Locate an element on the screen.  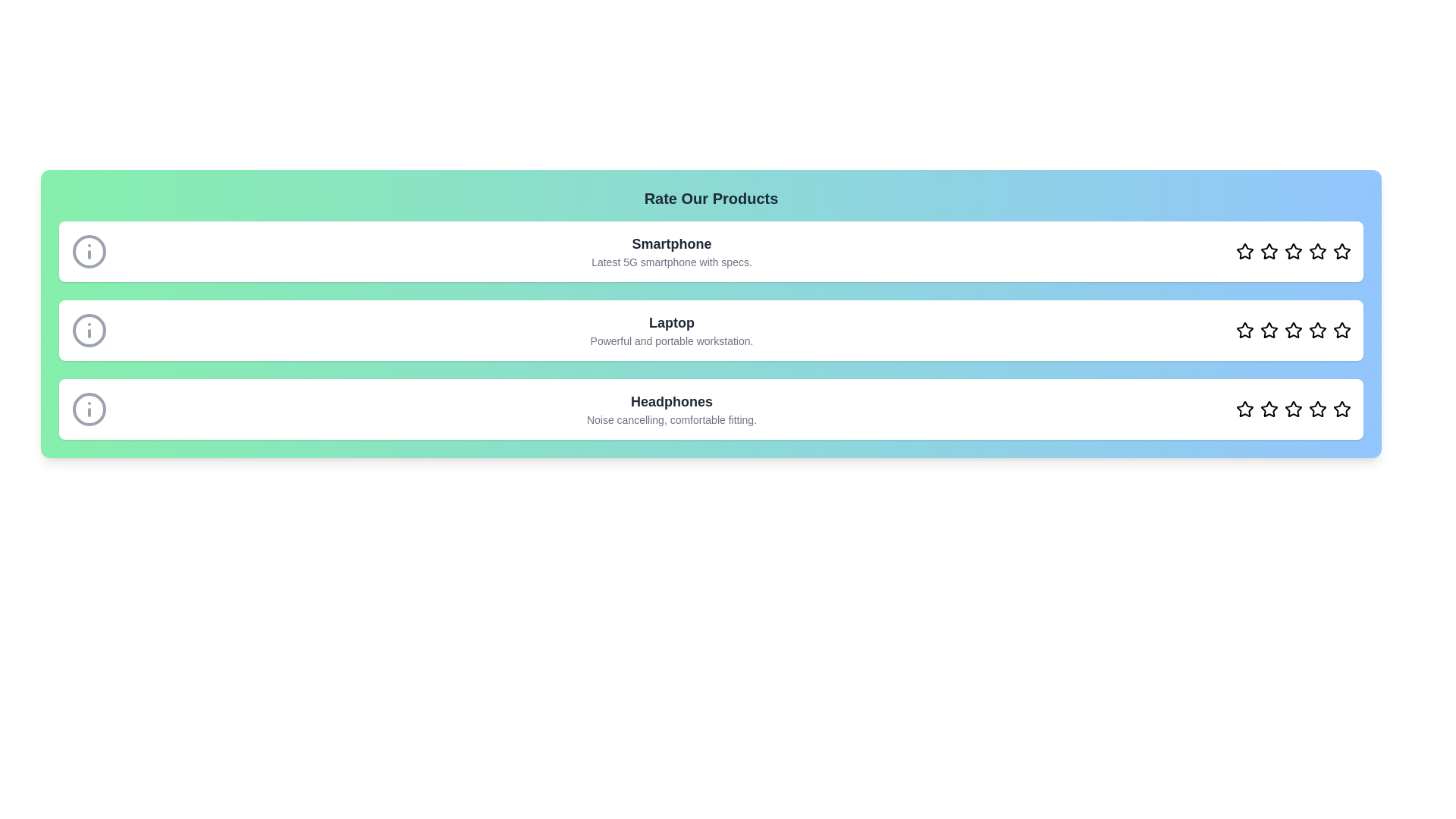
the first star icon in the rating system for the 'Headphones' category to provide a visual hint is located at coordinates (1244, 409).